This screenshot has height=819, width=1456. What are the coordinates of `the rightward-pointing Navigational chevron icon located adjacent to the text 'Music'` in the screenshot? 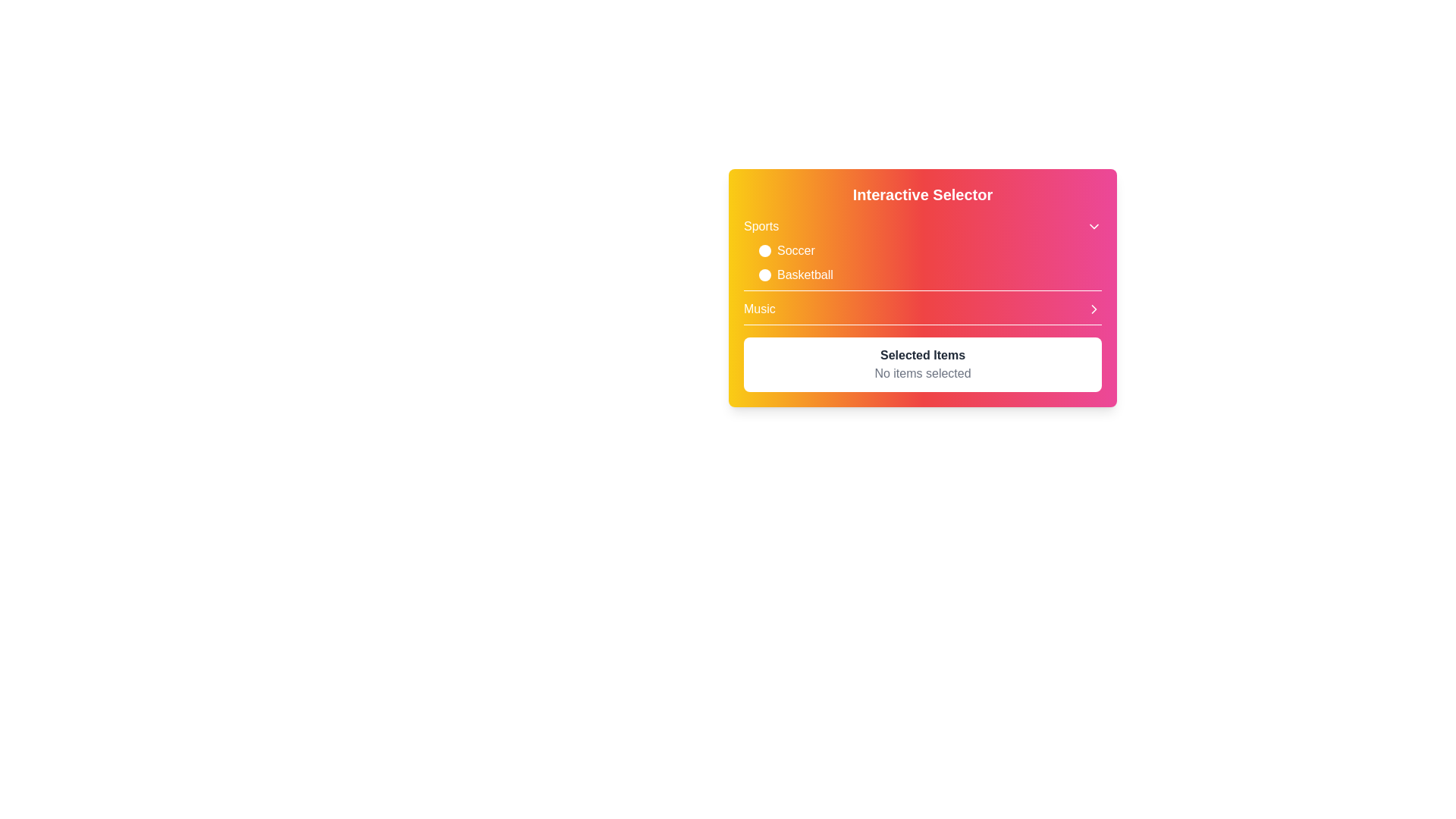 It's located at (1094, 309).